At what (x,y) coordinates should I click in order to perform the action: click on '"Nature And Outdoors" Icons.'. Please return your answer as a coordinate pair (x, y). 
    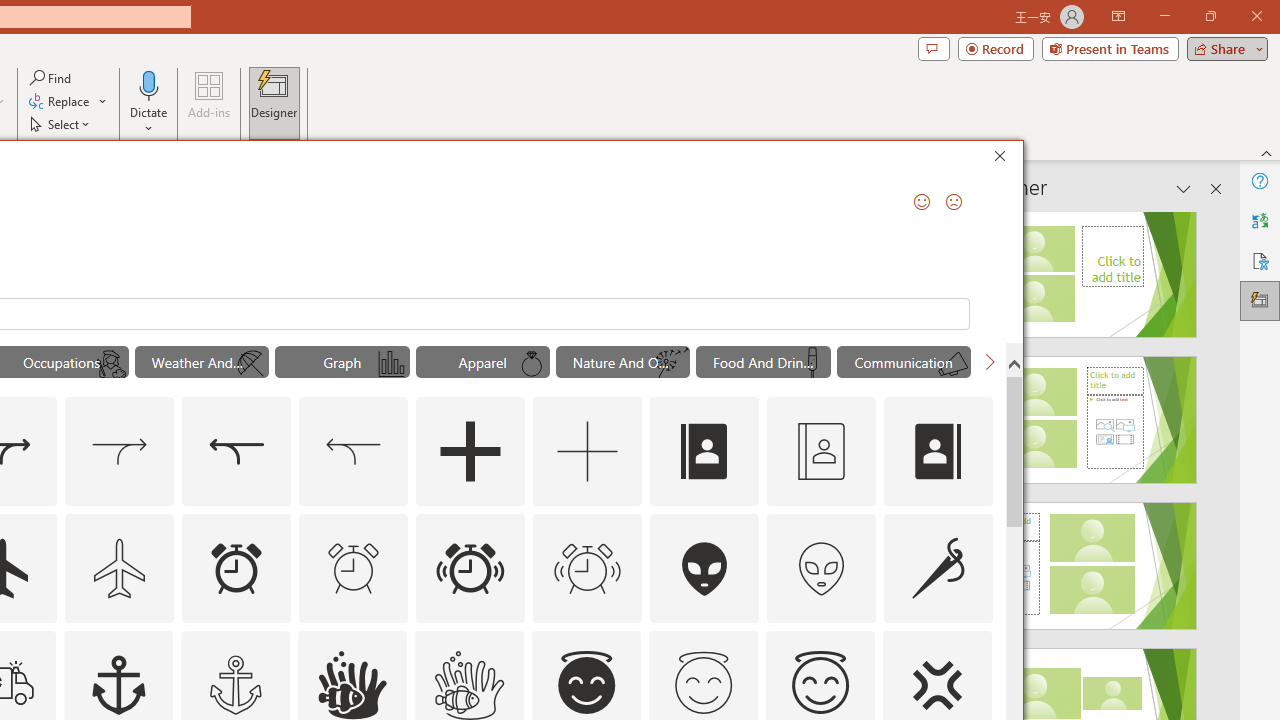
    Looking at the image, I should click on (621, 362).